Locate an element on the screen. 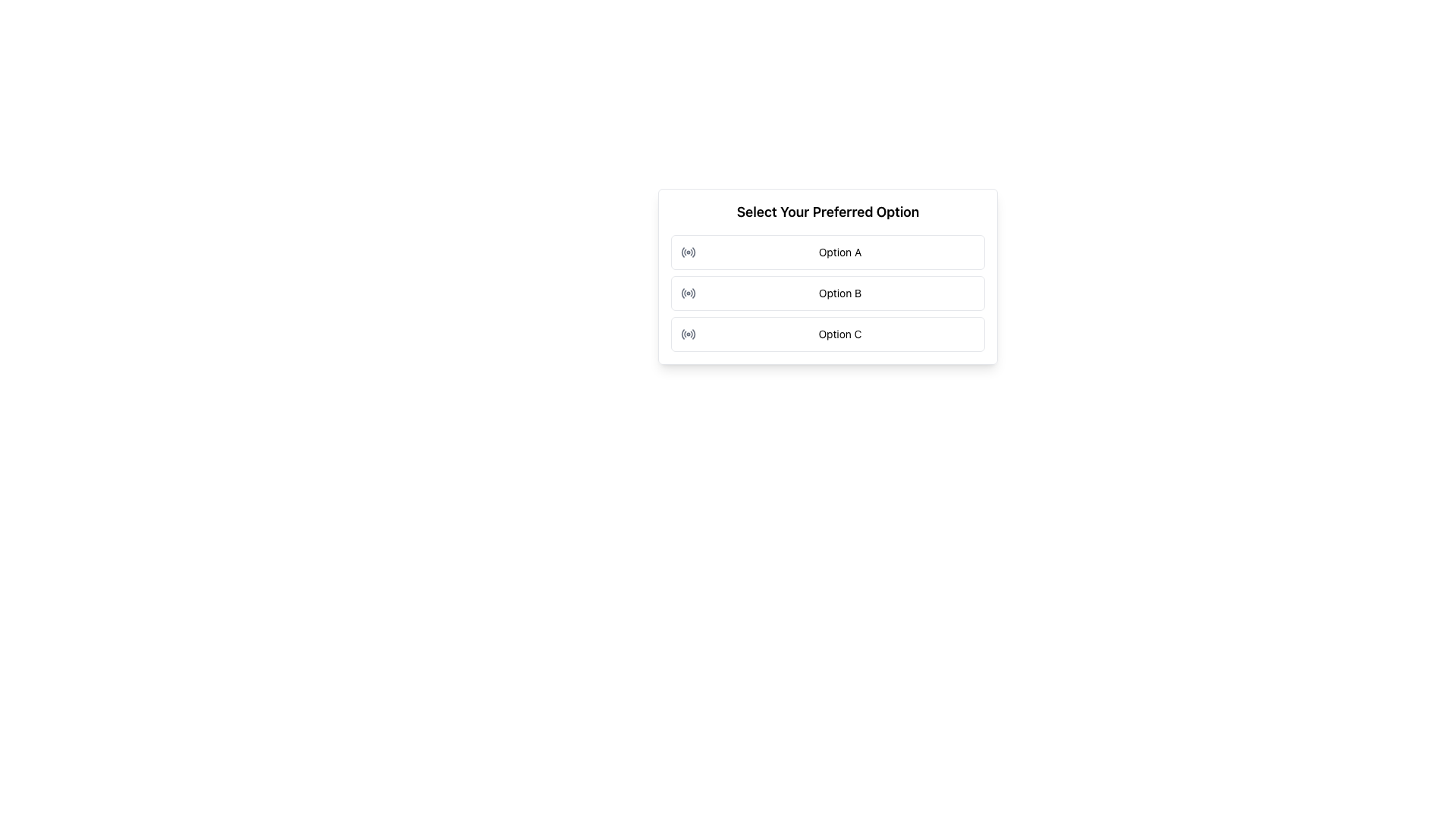 The image size is (1456, 819). the third button in a vertically stacked list is located at coordinates (827, 333).